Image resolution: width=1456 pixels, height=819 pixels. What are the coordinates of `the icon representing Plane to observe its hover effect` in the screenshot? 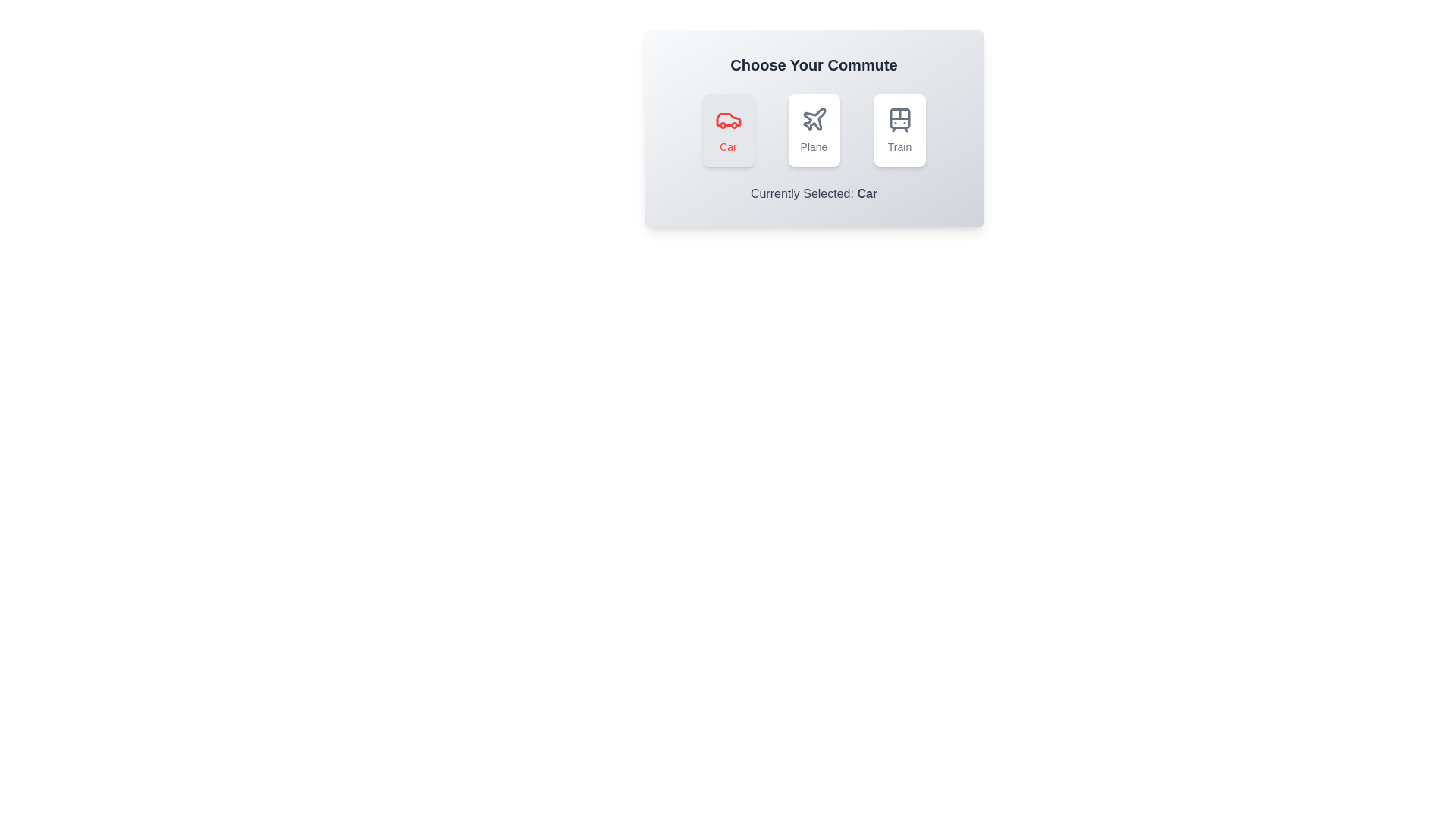 It's located at (813, 130).